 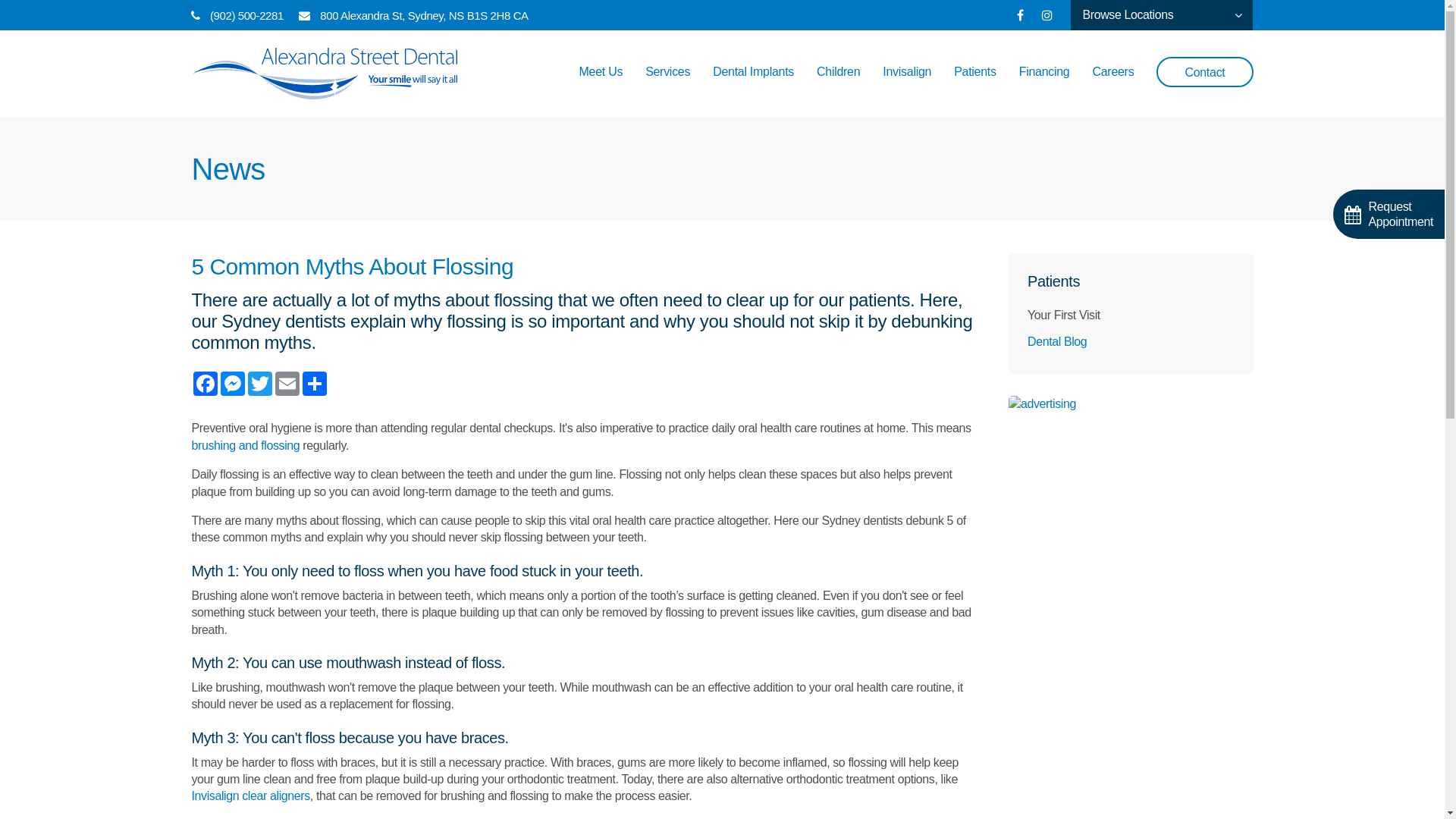 What do you see at coordinates (287, 382) in the screenshot?
I see `'Email'` at bounding box center [287, 382].